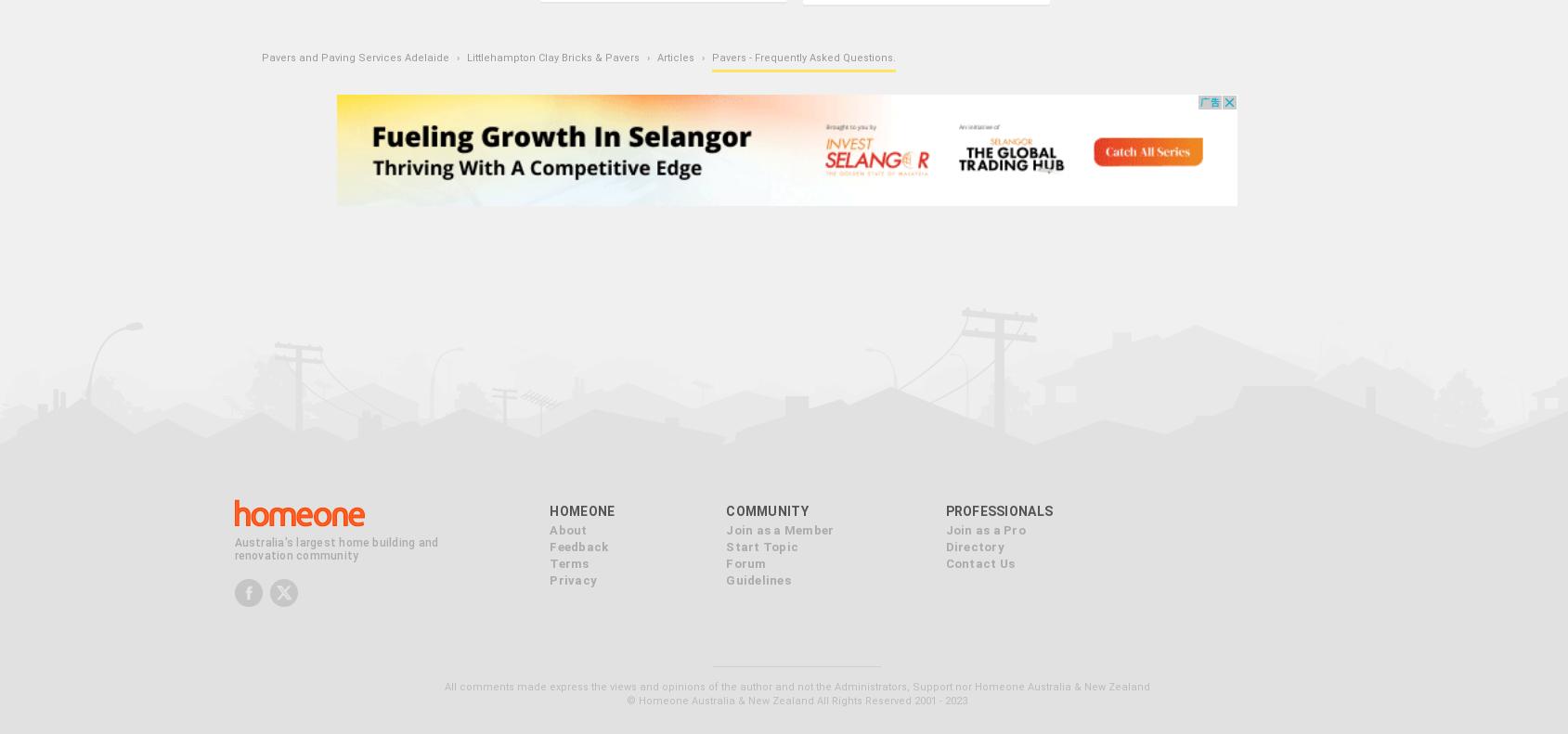 This screenshot has height=734, width=1568. What do you see at coordinates (354, 57) in the screenshot?
I see `'Pavers and Paving Services Adelaide'` at bounding box center [354, 57].